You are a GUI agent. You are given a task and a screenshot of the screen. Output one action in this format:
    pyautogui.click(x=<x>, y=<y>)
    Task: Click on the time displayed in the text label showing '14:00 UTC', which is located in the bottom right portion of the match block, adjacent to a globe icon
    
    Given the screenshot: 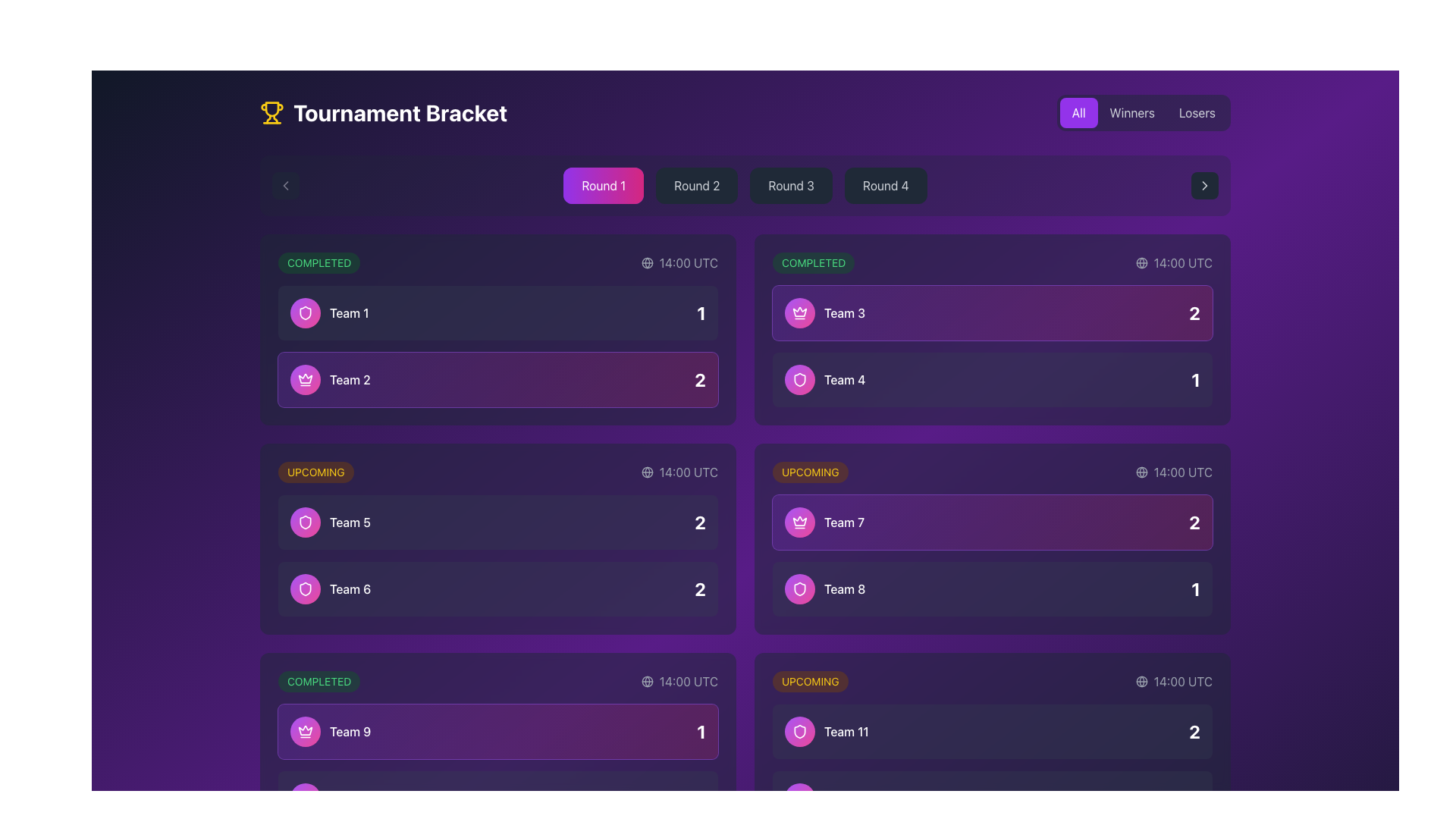 What is the action you would take?
    pyautogui.click(x=1182, y=680)
    